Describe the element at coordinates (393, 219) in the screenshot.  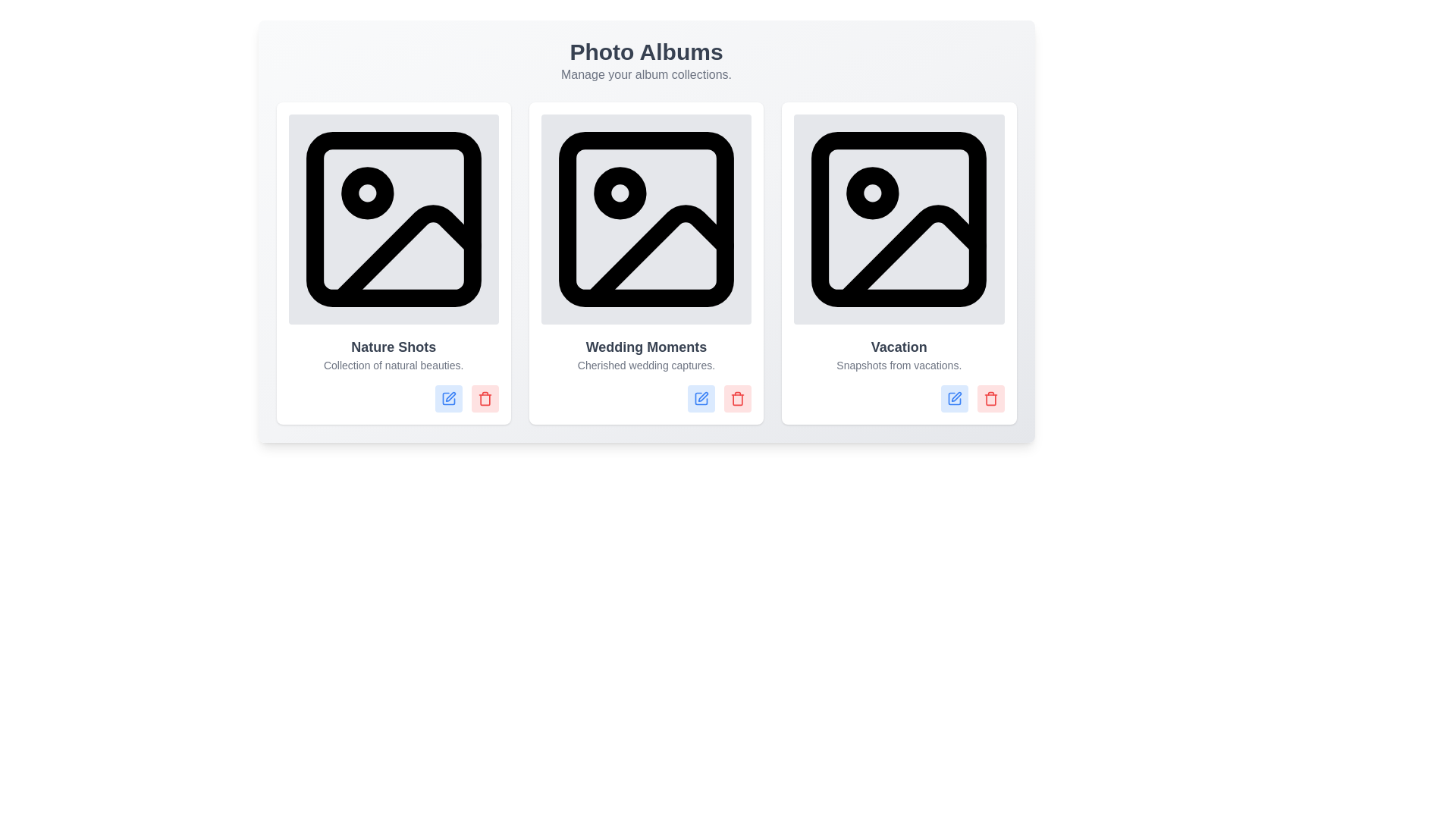
I see `the album cover image to view it` at that location.